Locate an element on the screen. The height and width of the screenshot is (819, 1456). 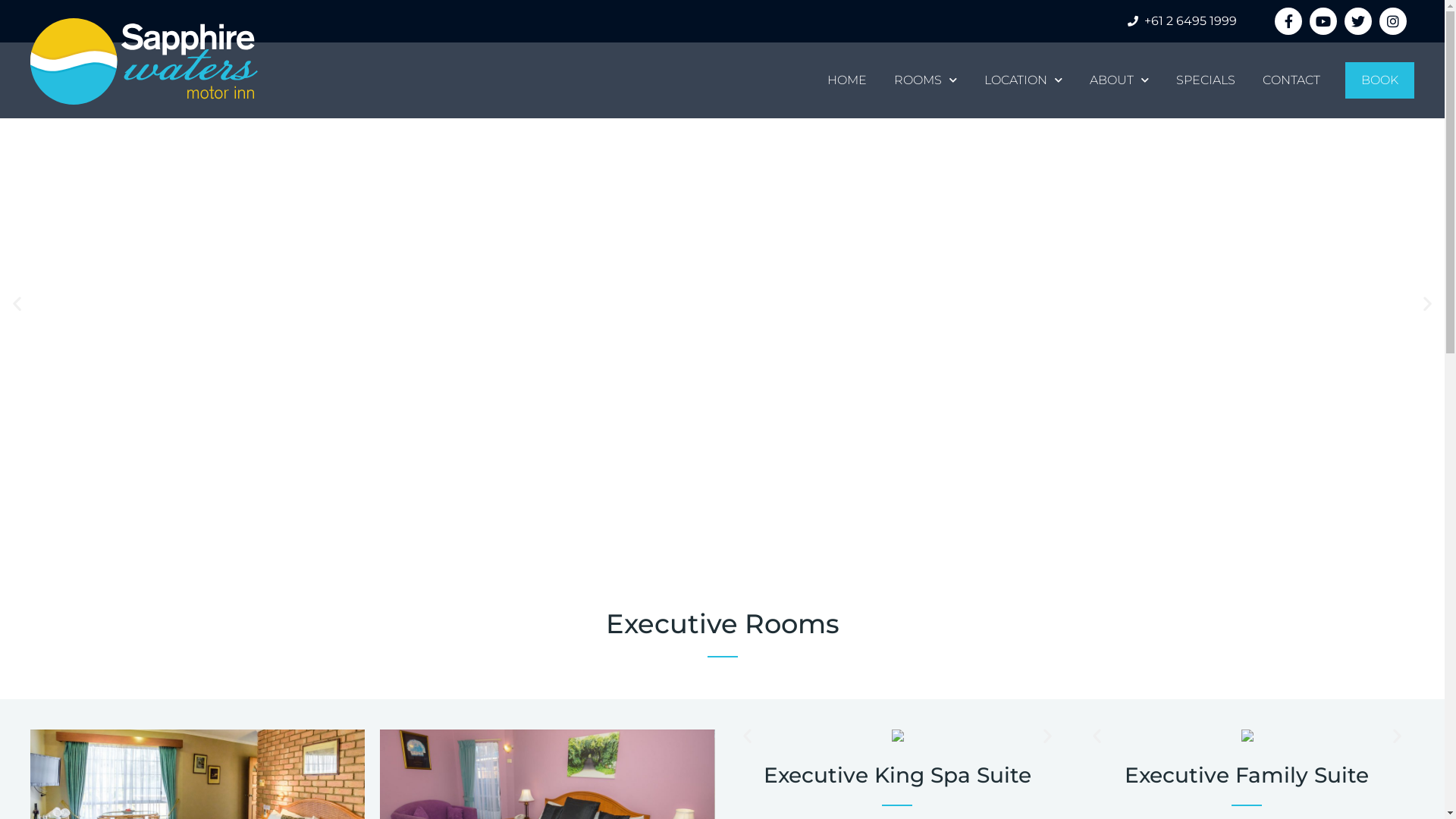
'BOOK' is located at coordinates (1345, 80).